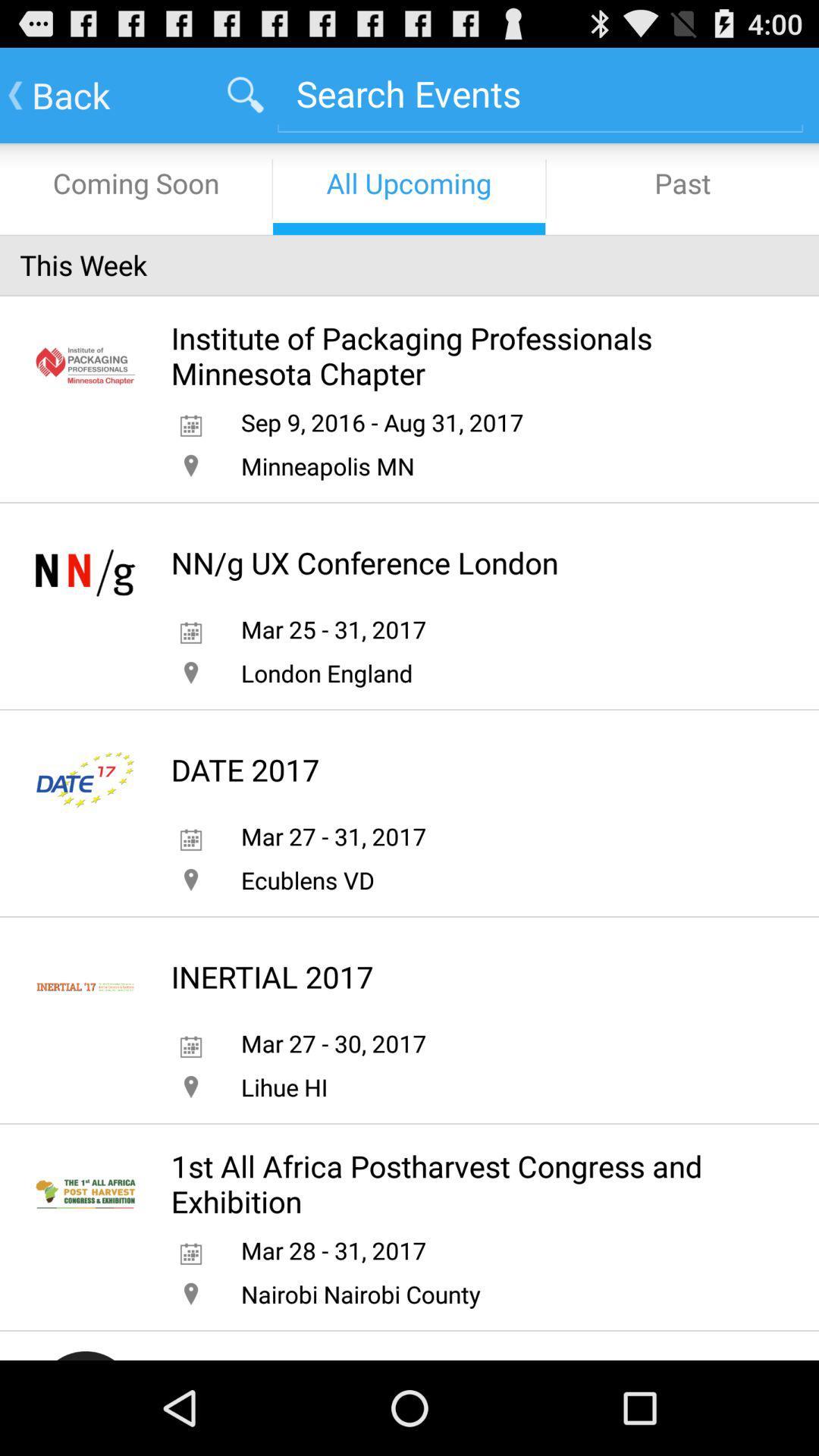 The height and width of the screenshot is (1456, 819). Describe the element at coordinates (462, 1183) in the screenshot. I see `1st all africa icon` at that location.